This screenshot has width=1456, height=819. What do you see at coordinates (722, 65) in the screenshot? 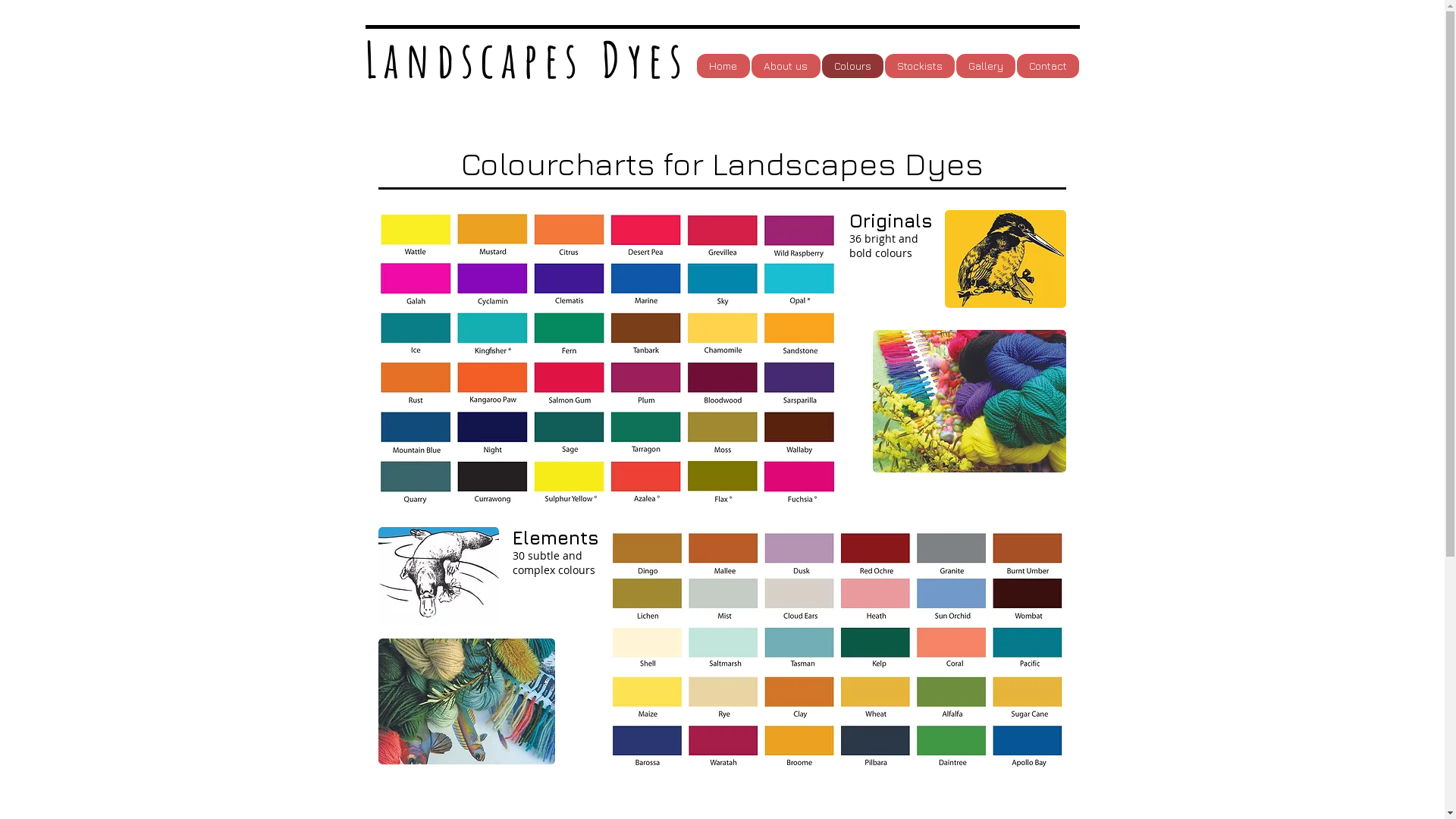
I see `'Home'` at bounding box center [722, 65].